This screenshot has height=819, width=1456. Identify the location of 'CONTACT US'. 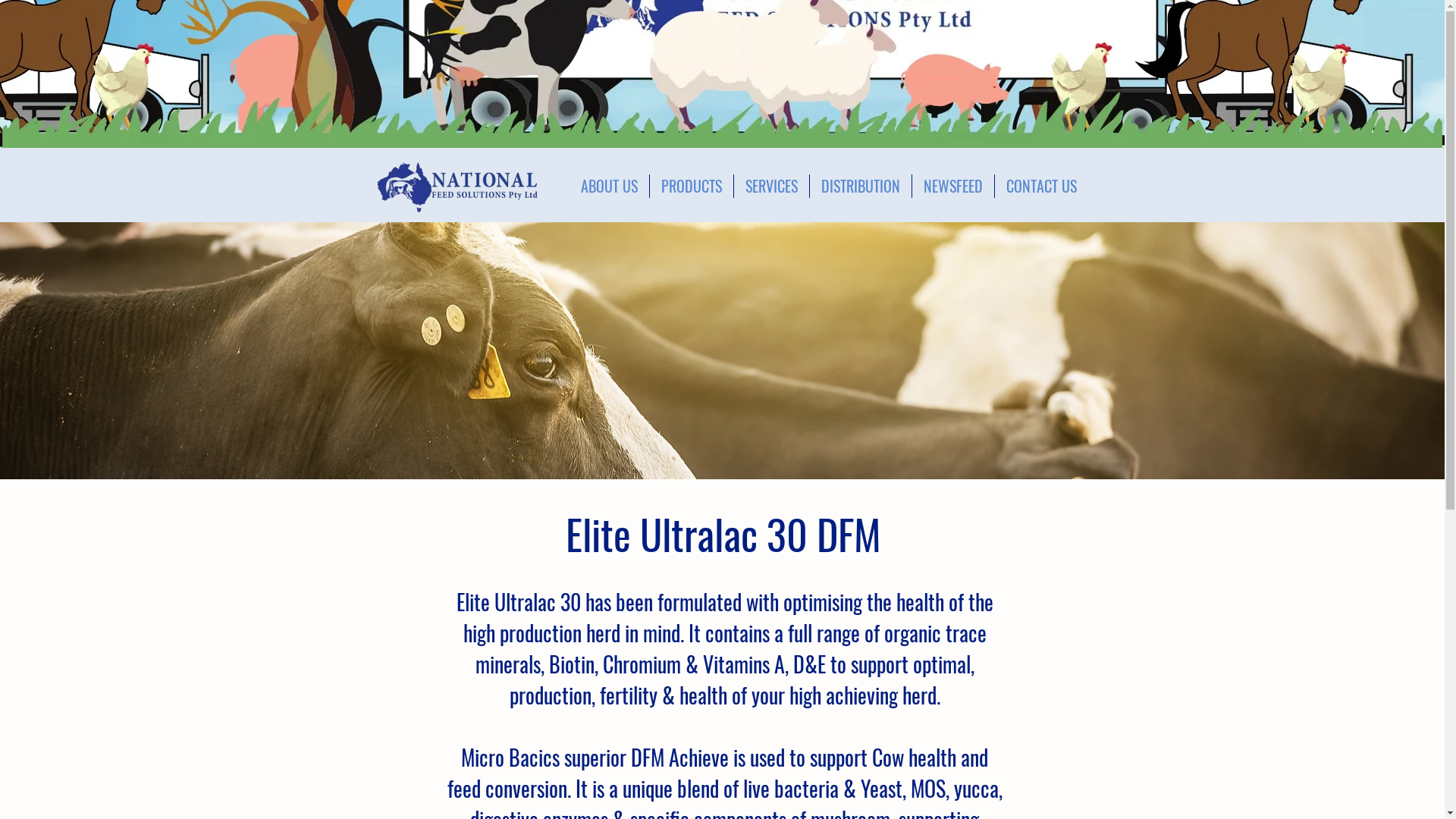
(1040, 185).